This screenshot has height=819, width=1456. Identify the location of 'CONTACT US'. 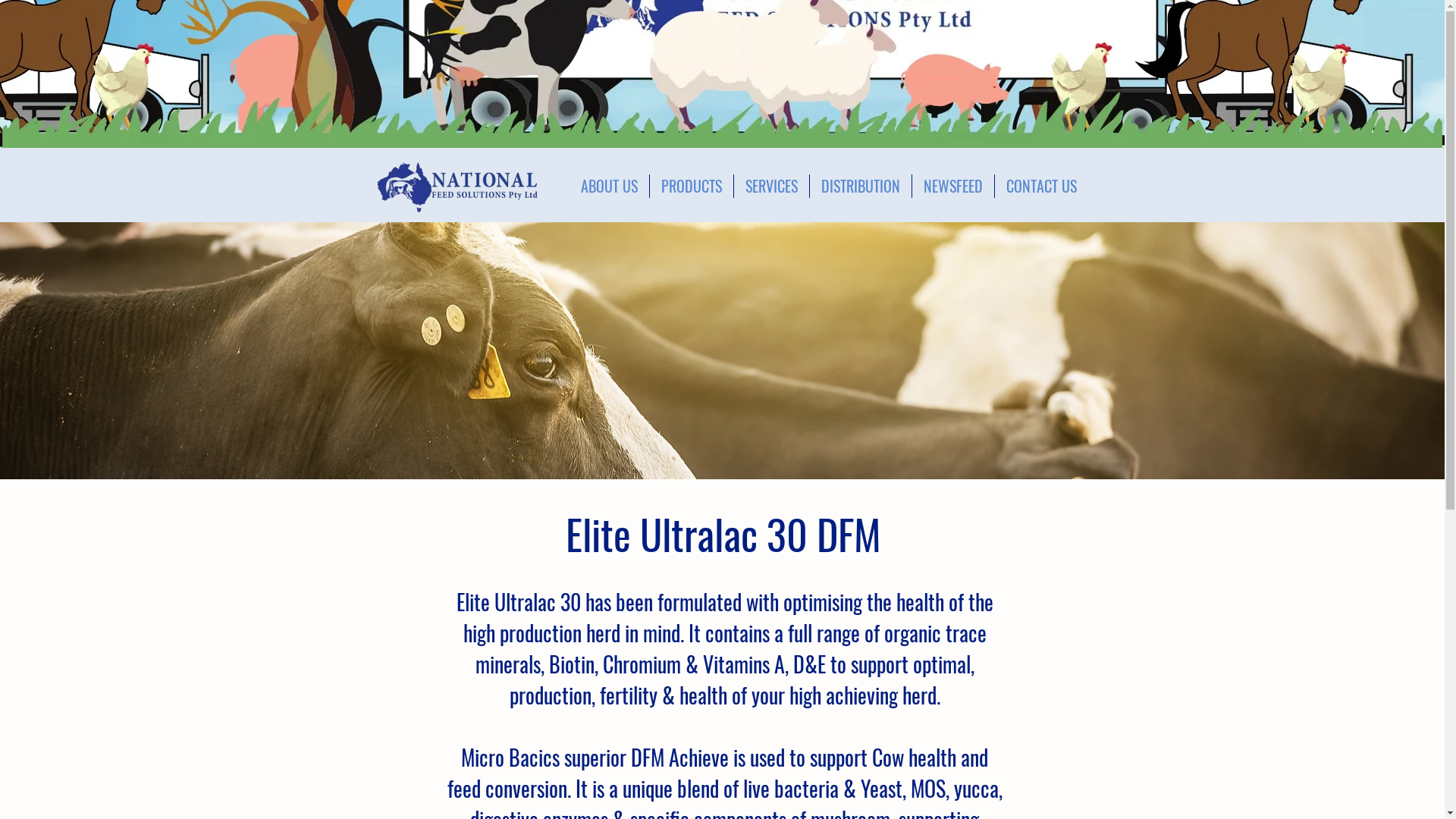
(1040, 185).